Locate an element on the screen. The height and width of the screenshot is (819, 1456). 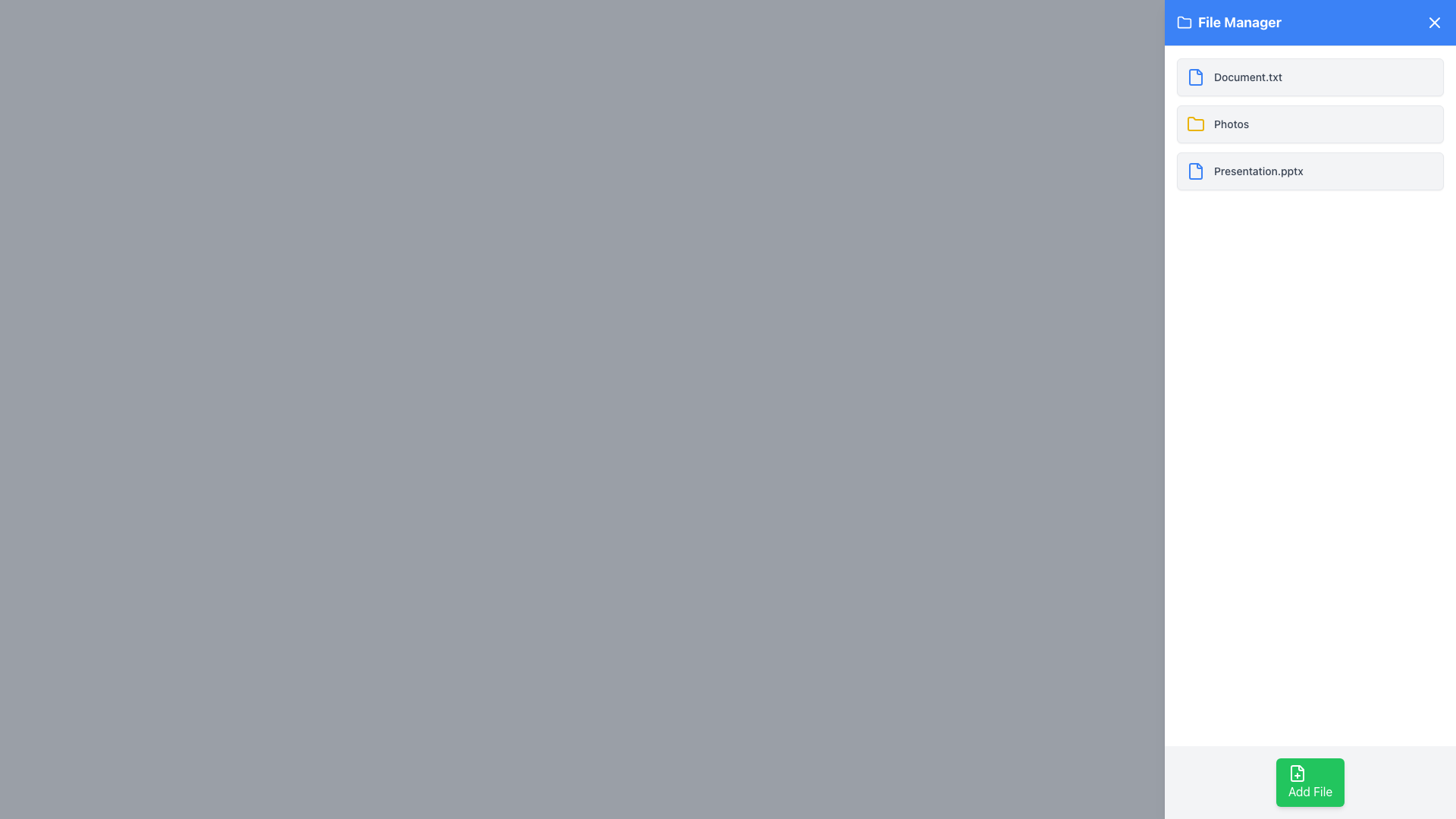
the yellow folder icon located to the left of the 'Photos' label in the second row of the file manager interface is located at coordinates (1195, 122).